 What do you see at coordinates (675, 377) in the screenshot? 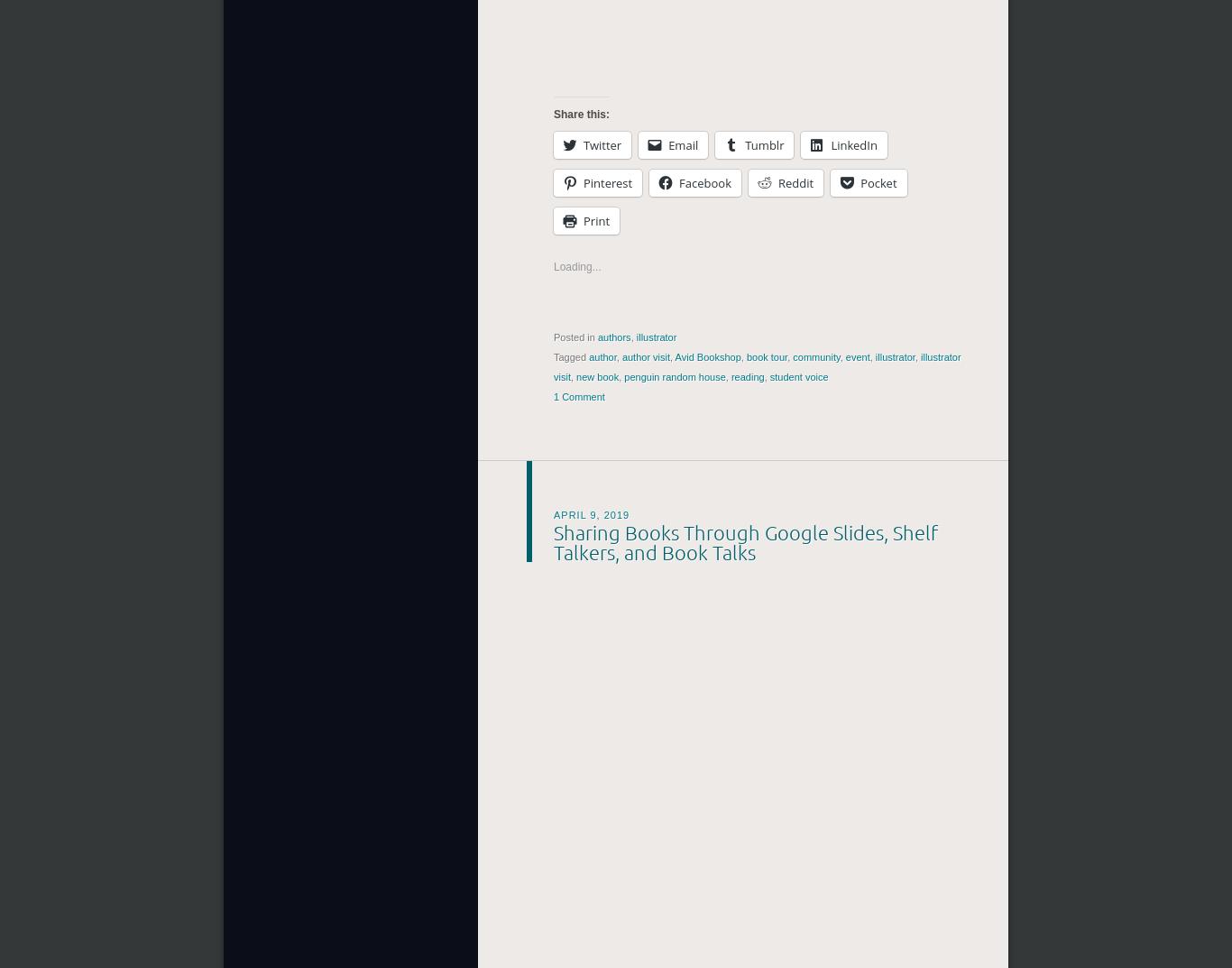
I see `'penguin random house'` at bounding box center [675, 377].